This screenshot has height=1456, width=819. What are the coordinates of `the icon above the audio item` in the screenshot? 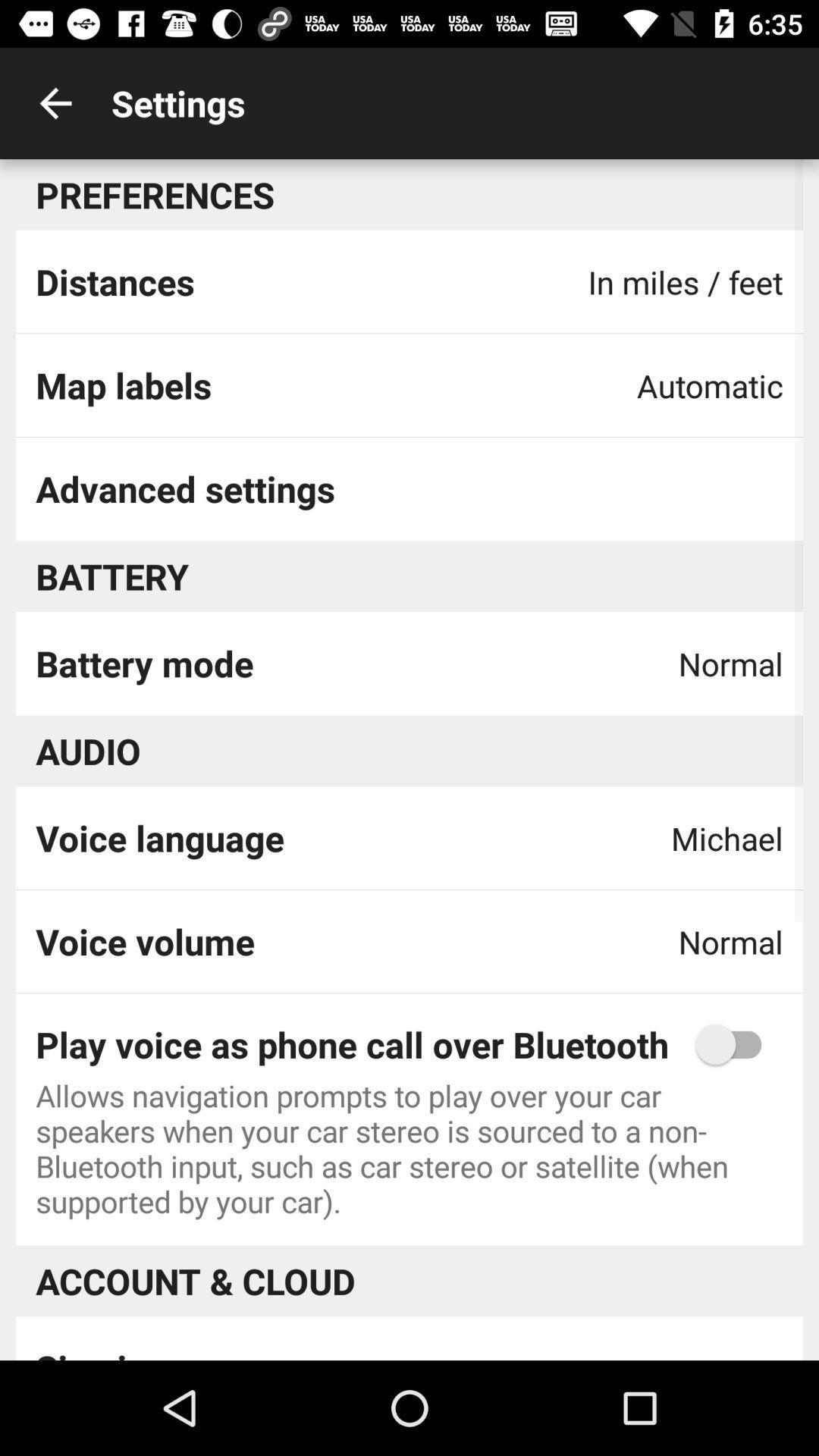 It's located at (144, 663).